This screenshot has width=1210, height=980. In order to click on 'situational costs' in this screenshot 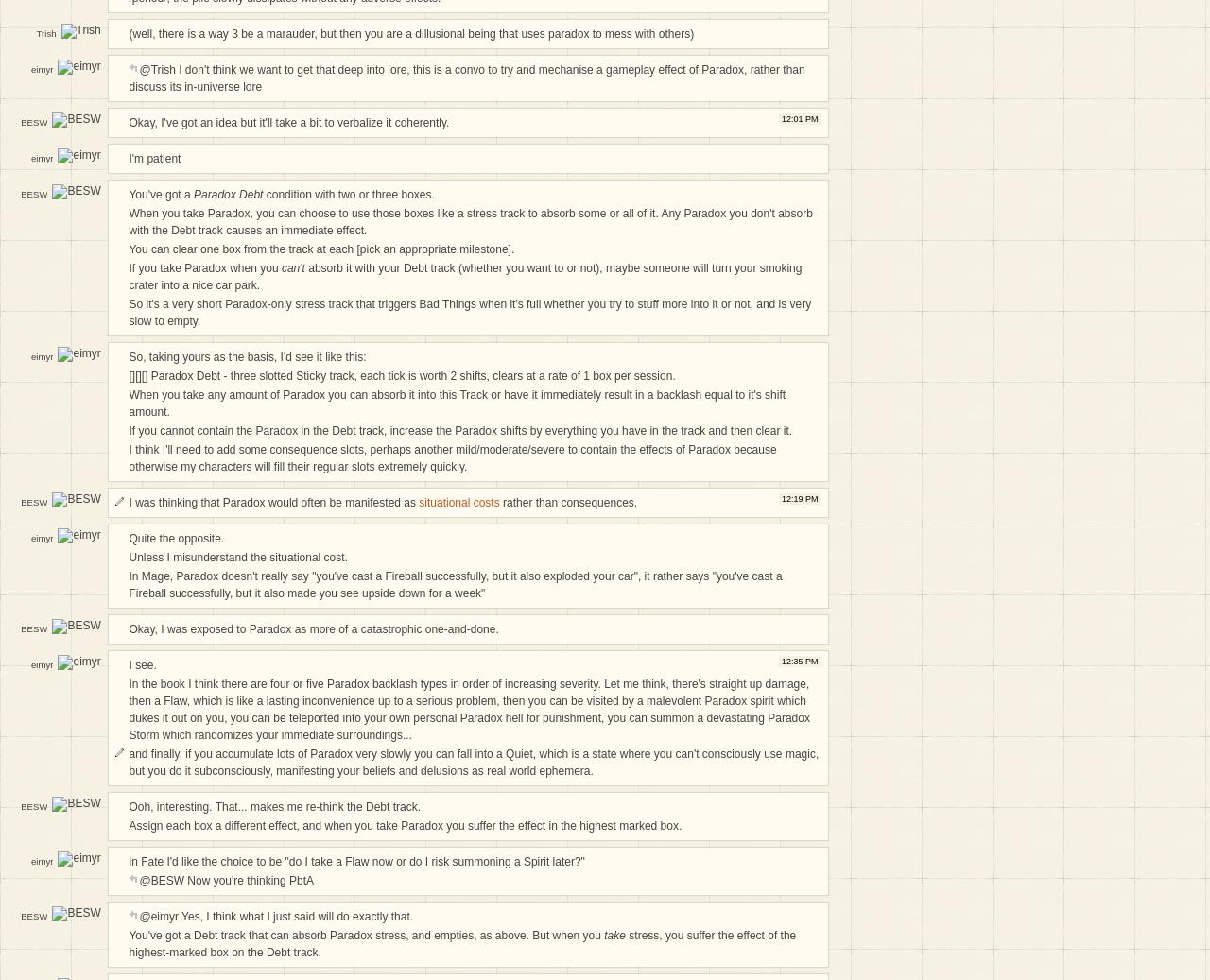, I will do `click(458, 502)`.